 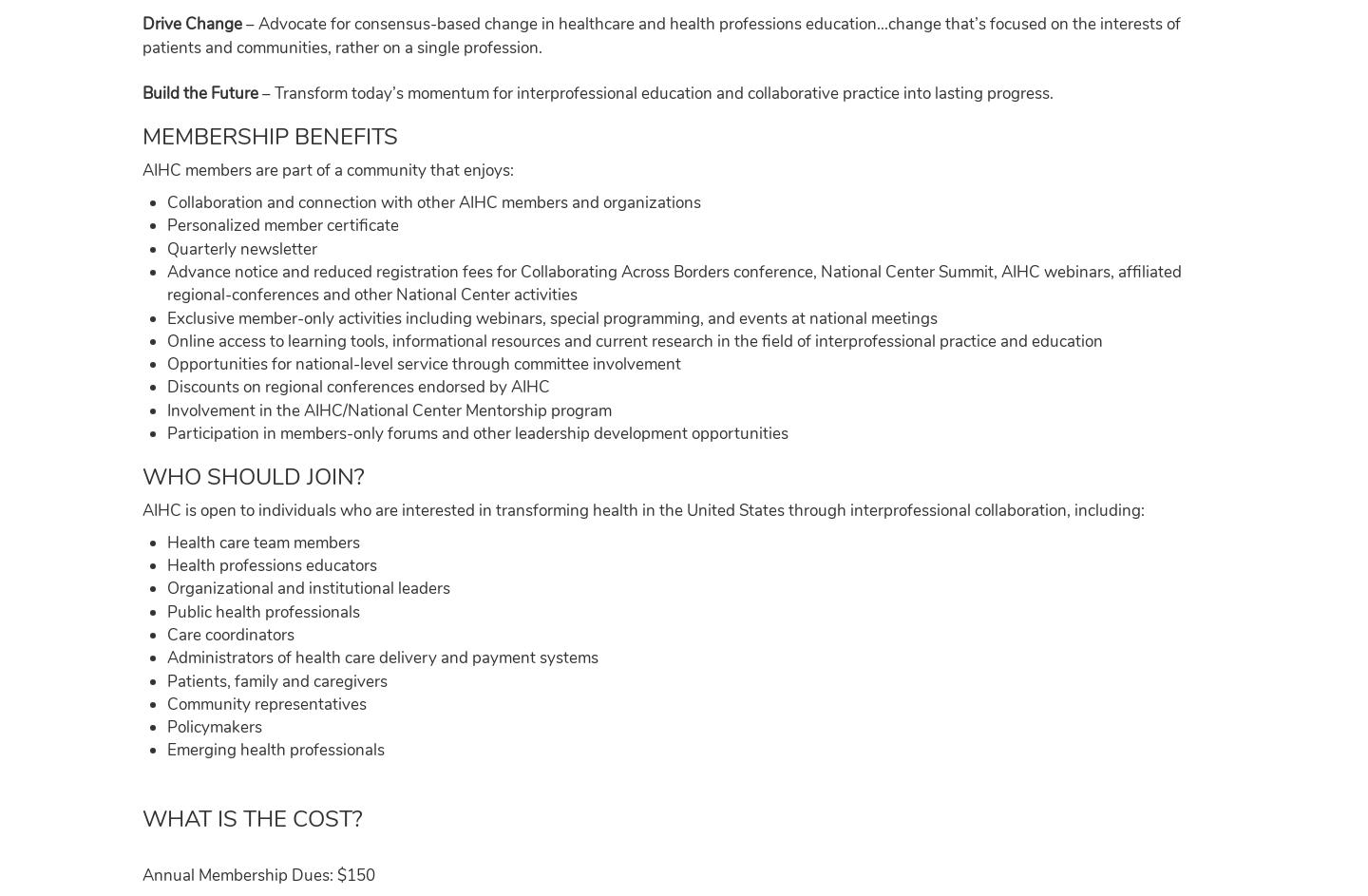 What do you see at coordinates (381, 657) in the screenshot?
I see `'Administrators of health care delivery and payment systems'` at bounding box center [381, 657].